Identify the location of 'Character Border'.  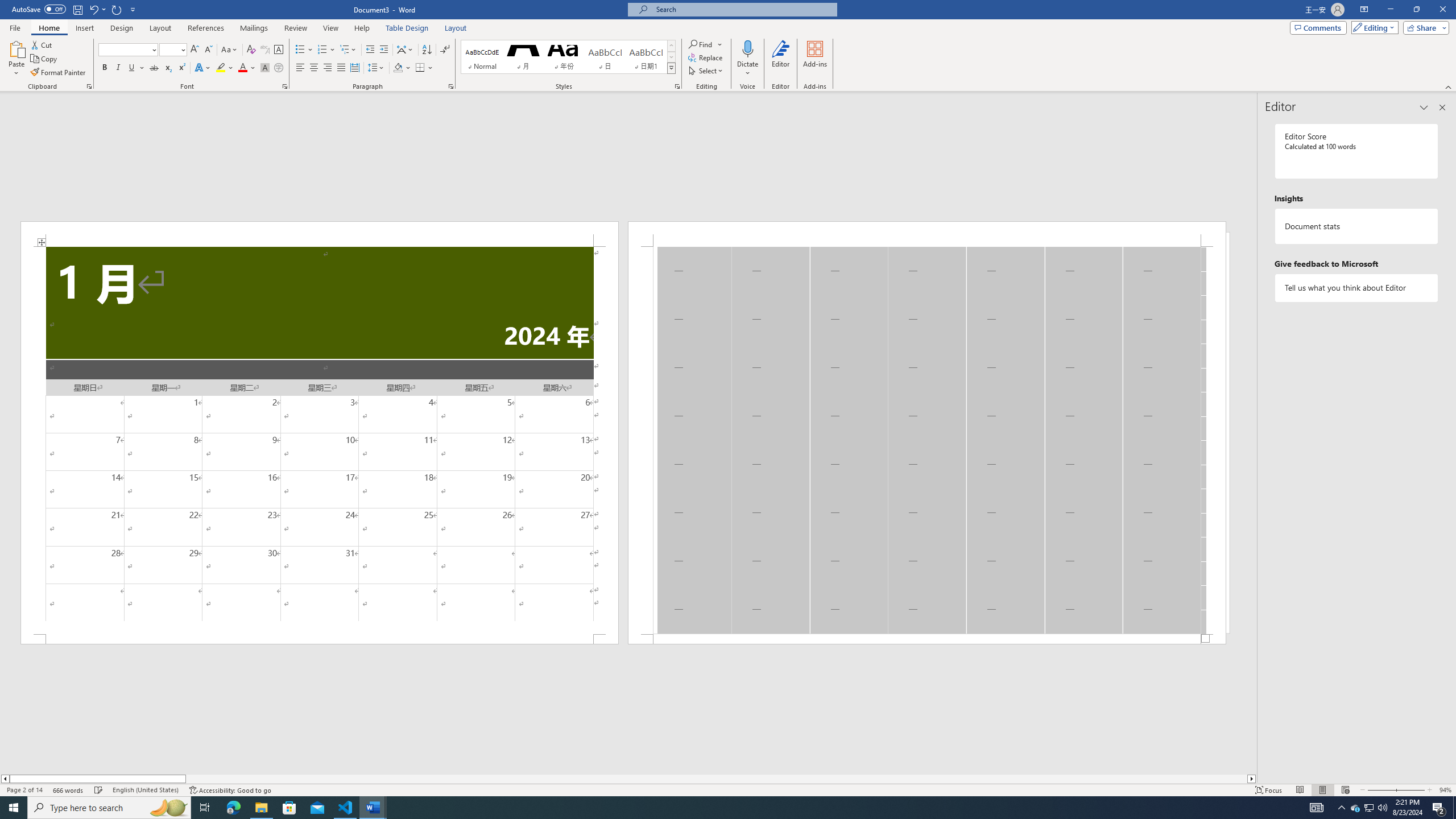
(278, 49).